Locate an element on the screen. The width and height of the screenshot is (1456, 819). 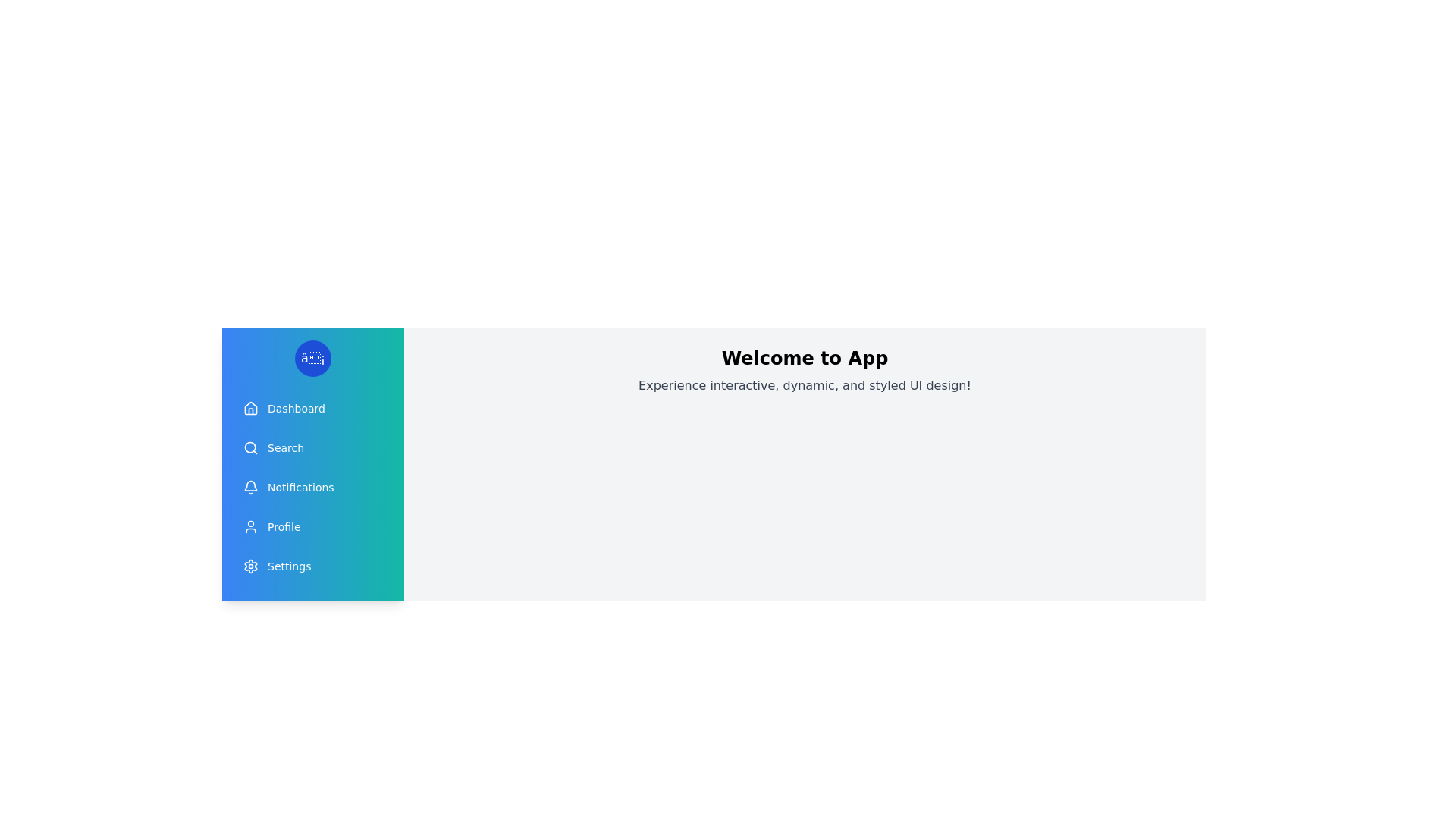
the menu item Notifications from the drawer is located at coordinates (312, 488).